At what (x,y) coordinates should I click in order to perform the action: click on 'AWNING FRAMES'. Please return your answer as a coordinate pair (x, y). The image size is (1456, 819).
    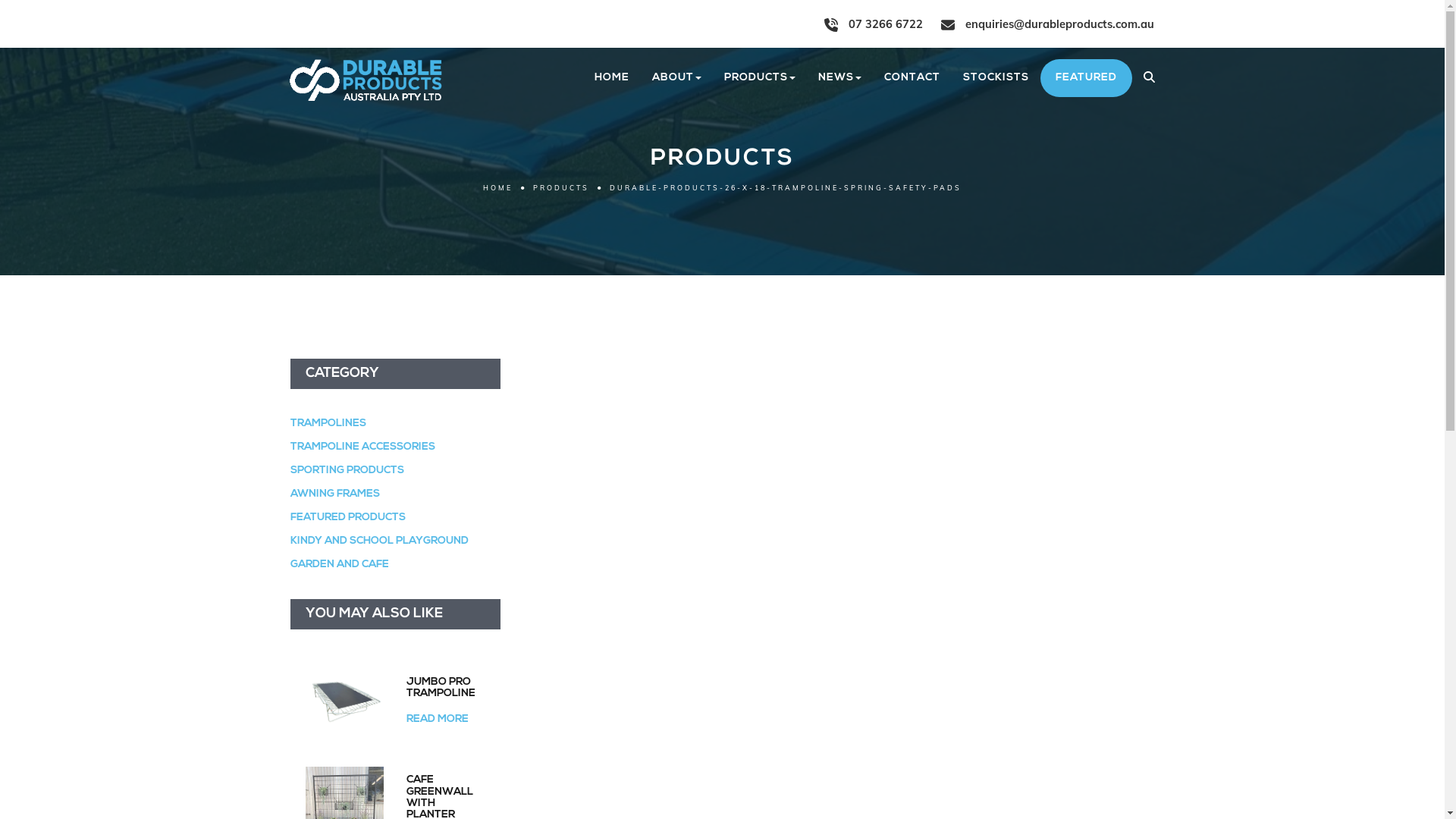
    Looking at the image, I should click on (334, 494).